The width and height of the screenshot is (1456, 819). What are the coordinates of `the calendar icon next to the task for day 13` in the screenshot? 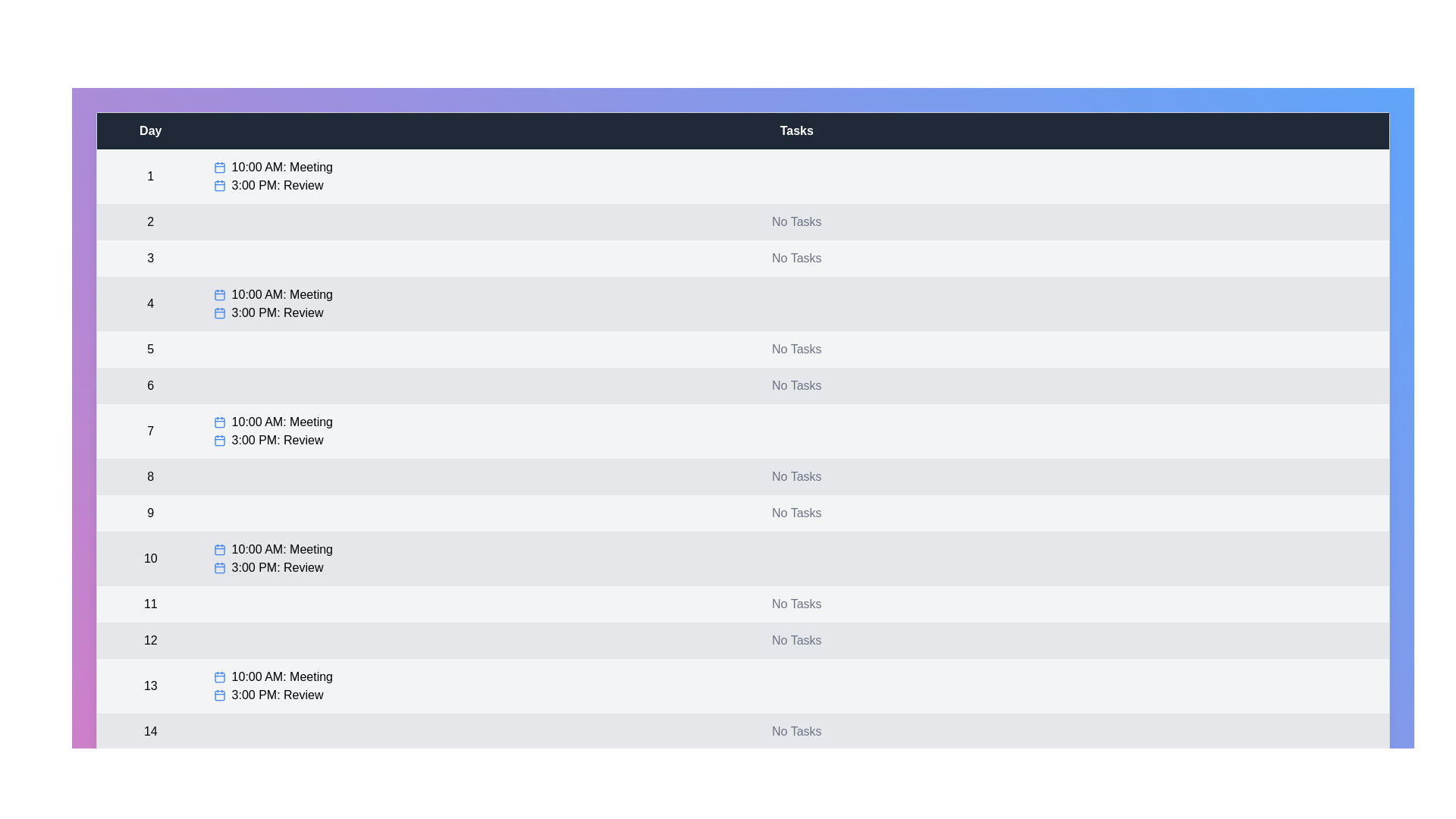 It's located at (218, 676).